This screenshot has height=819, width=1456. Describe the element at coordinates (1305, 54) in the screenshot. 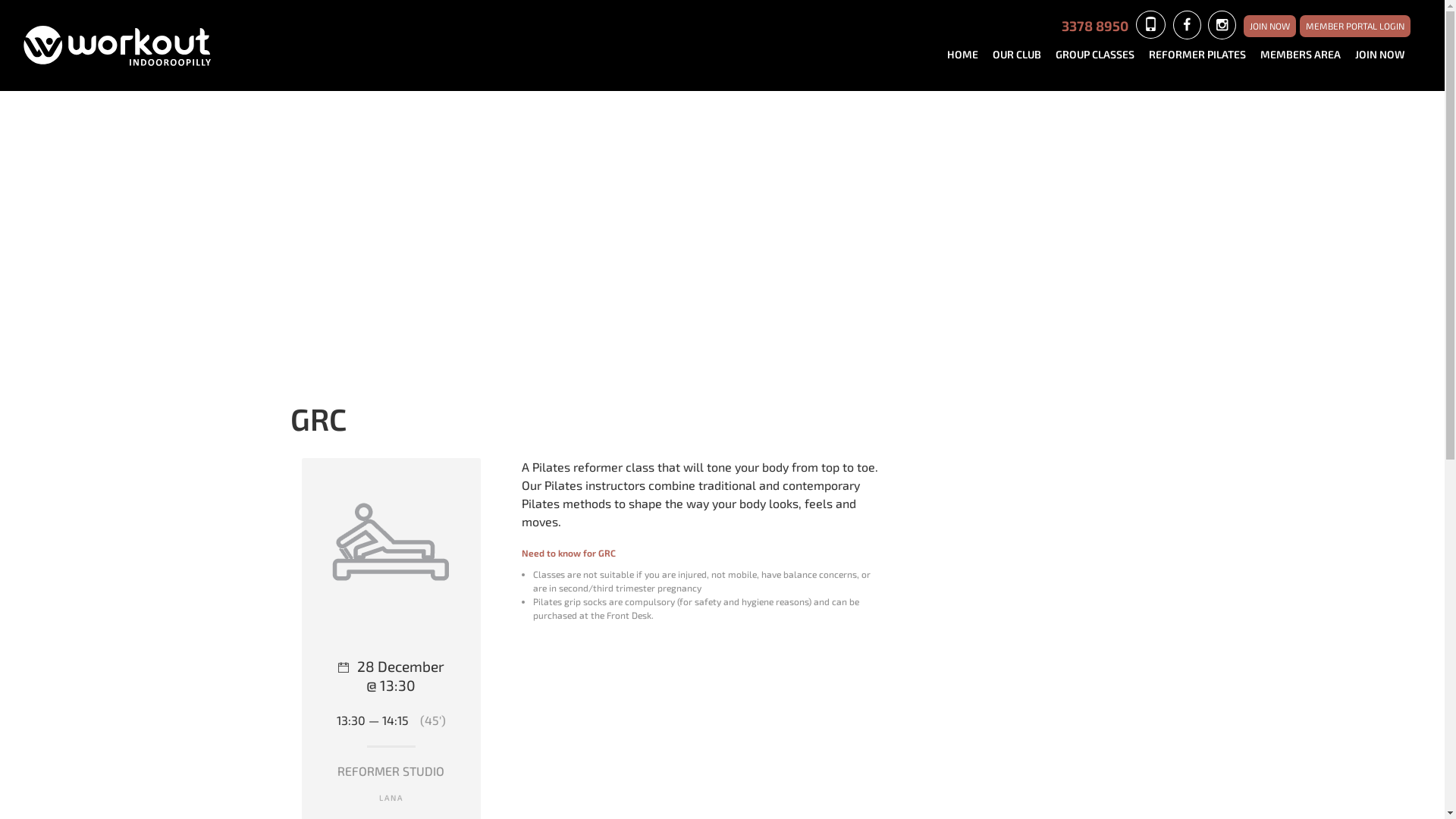

I see `'MEMBERS AREA'` at that location.